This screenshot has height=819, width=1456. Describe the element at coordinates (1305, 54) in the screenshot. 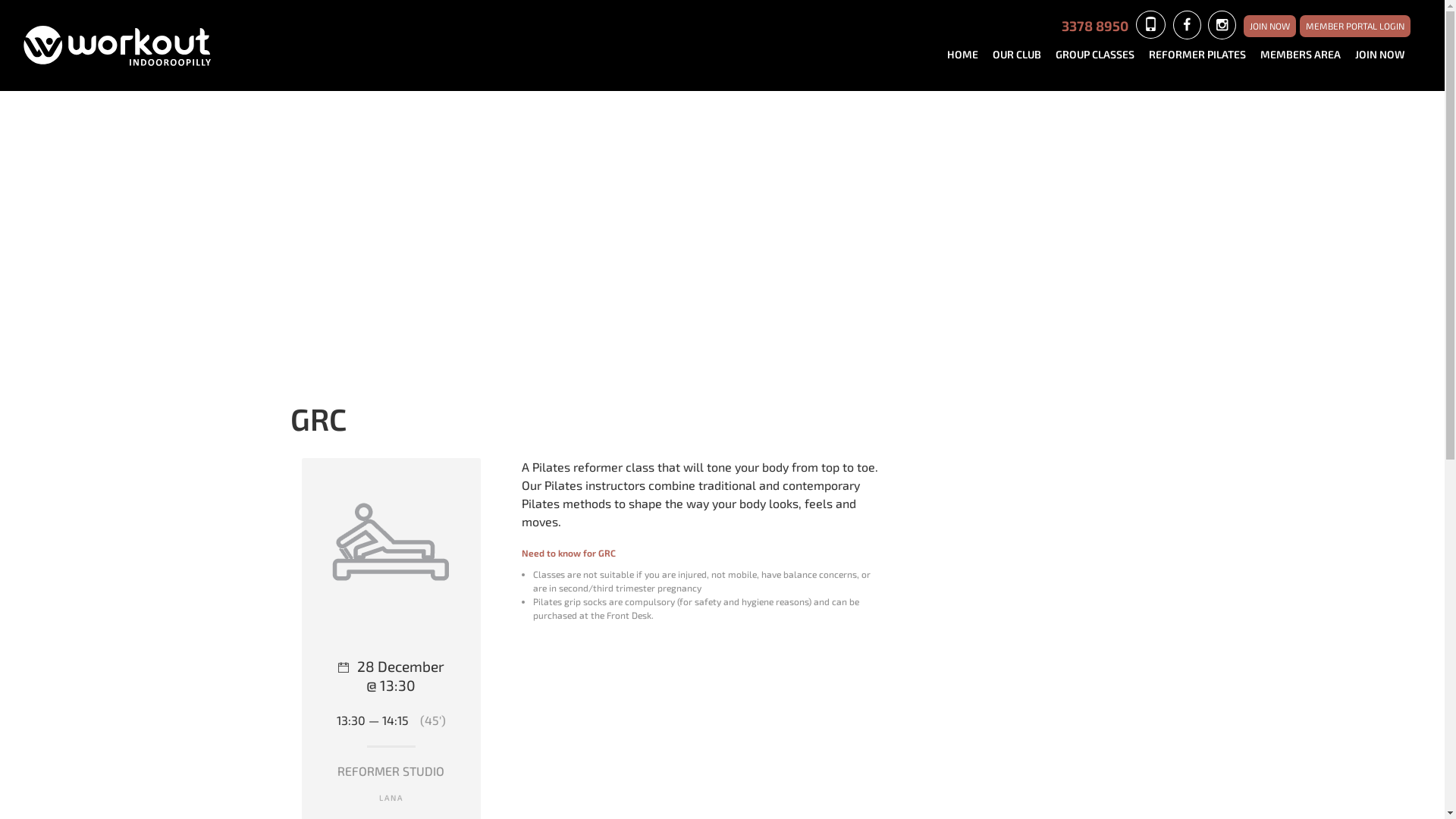

I see `'MEMBERS AREA'` at that location.